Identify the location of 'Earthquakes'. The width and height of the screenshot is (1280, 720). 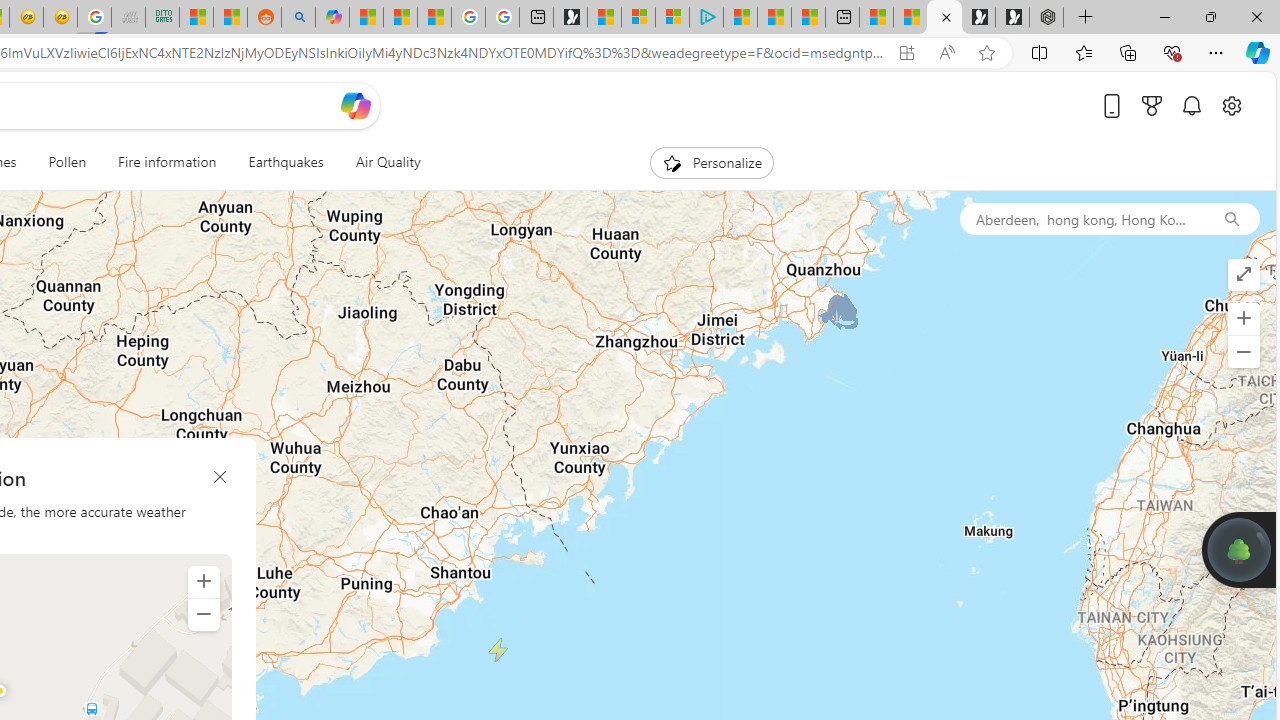
(285, 162).